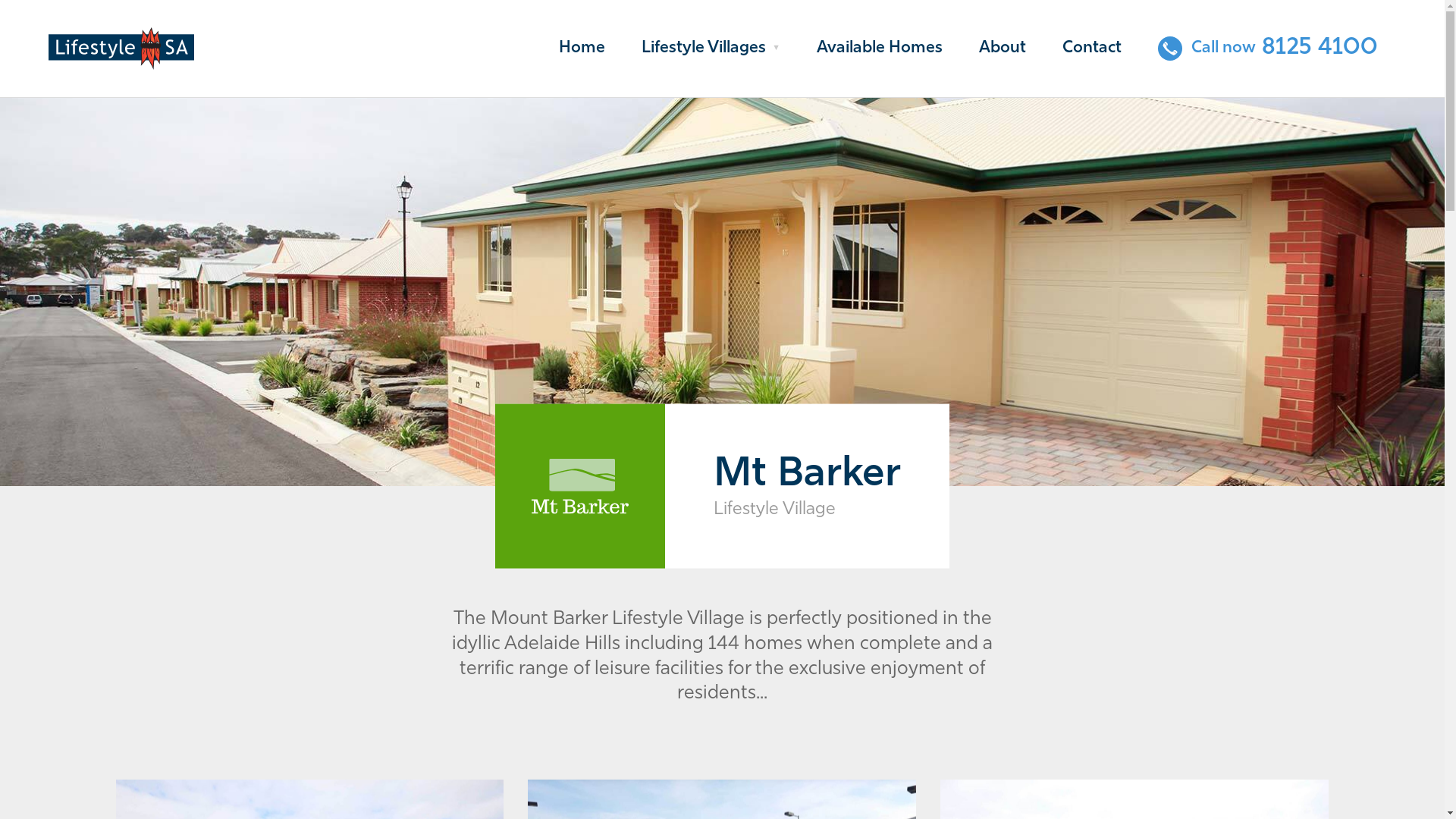 The width and height of the screenshot is (1456, 819). Describe the element at coordinates (1002, 48) in the screenshot. I see `'About'` at that location.